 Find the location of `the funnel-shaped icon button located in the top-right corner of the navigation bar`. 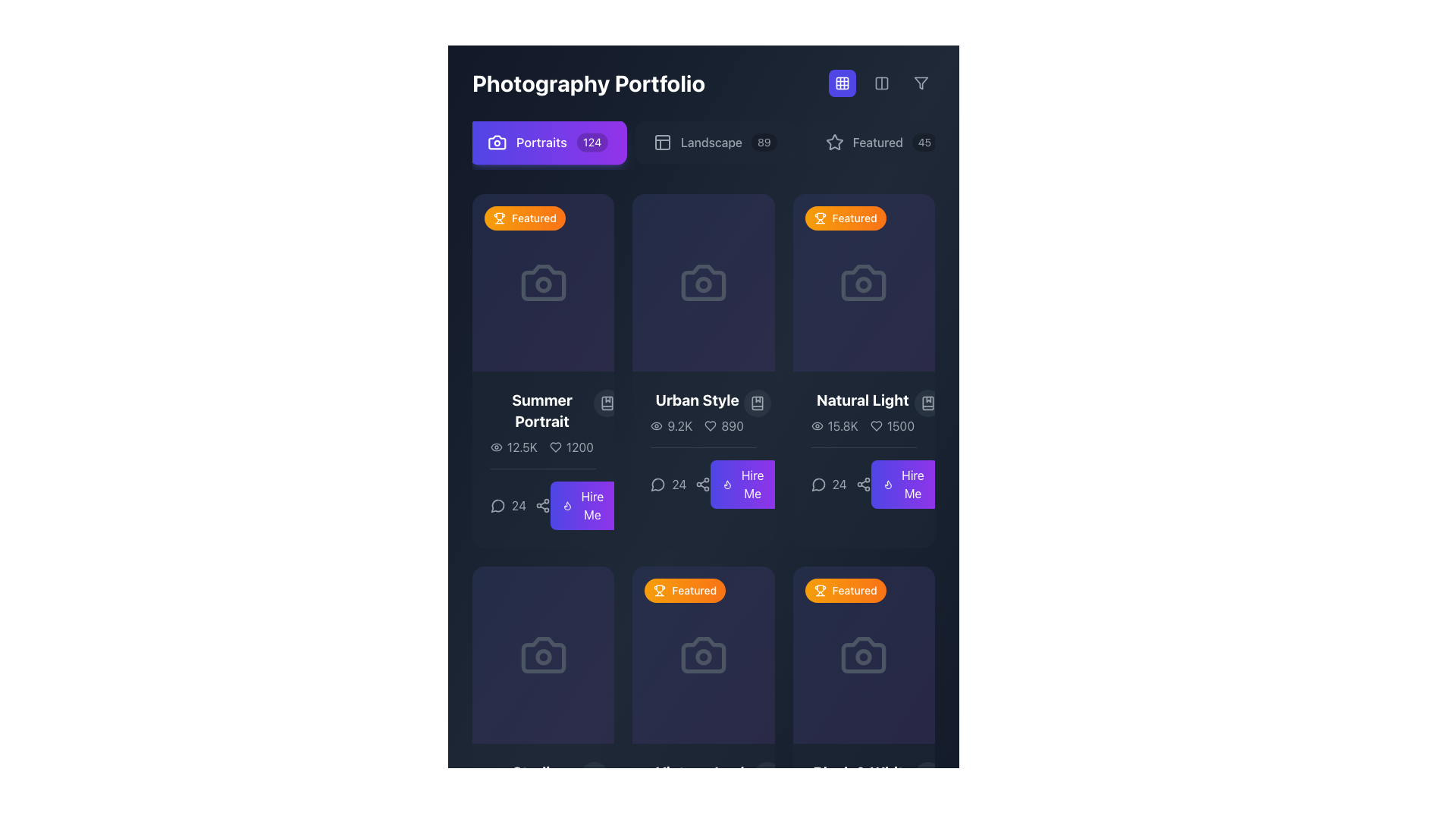

the funnel-shaped icon button located in the top-right corner of the navigation bar is located at coordinates (920, 83).